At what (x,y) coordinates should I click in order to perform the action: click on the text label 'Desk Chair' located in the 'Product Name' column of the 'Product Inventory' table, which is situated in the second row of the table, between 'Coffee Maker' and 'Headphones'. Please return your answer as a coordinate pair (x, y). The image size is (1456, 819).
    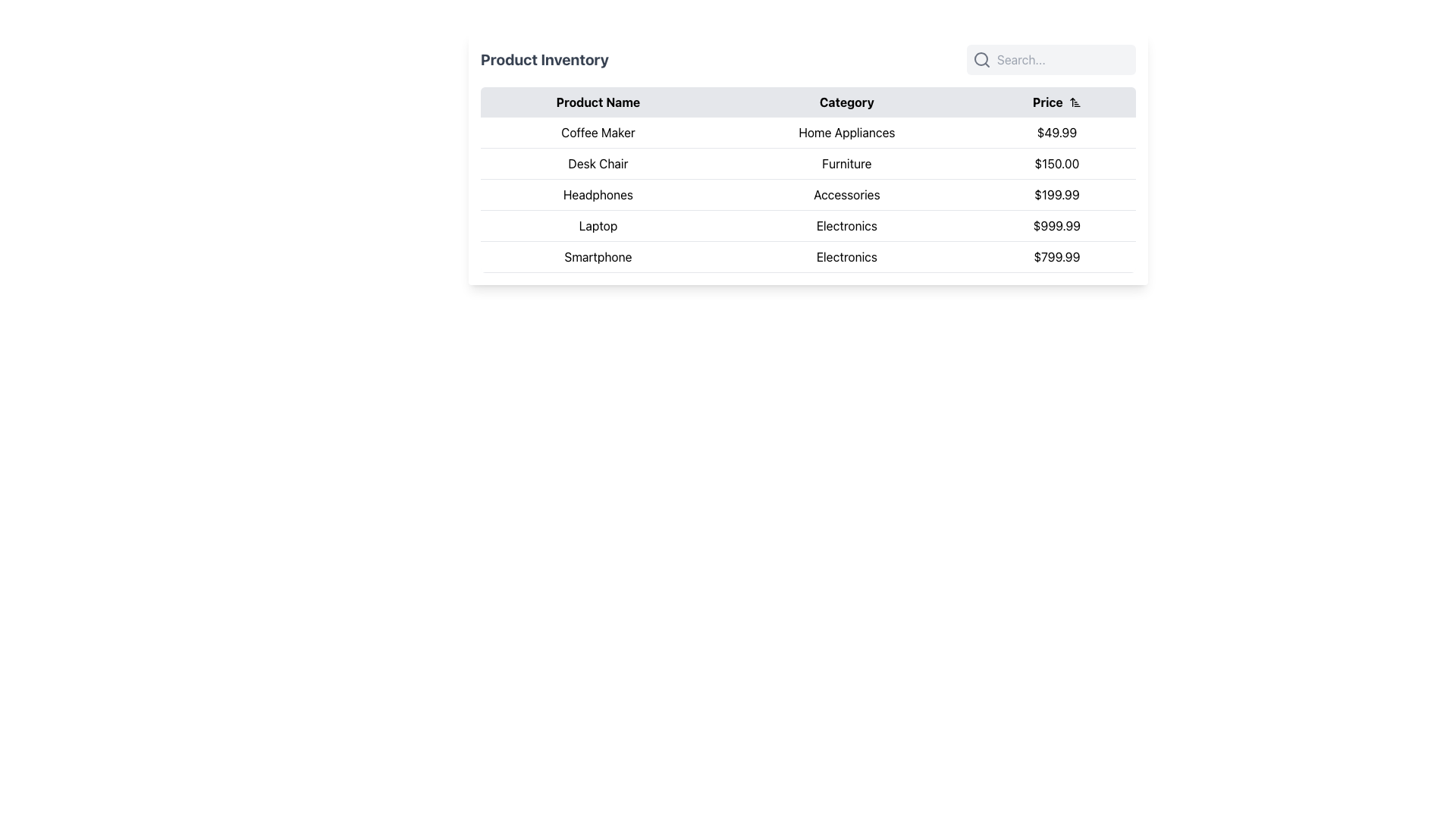
    Looking at the image, I should click on (597, 164).